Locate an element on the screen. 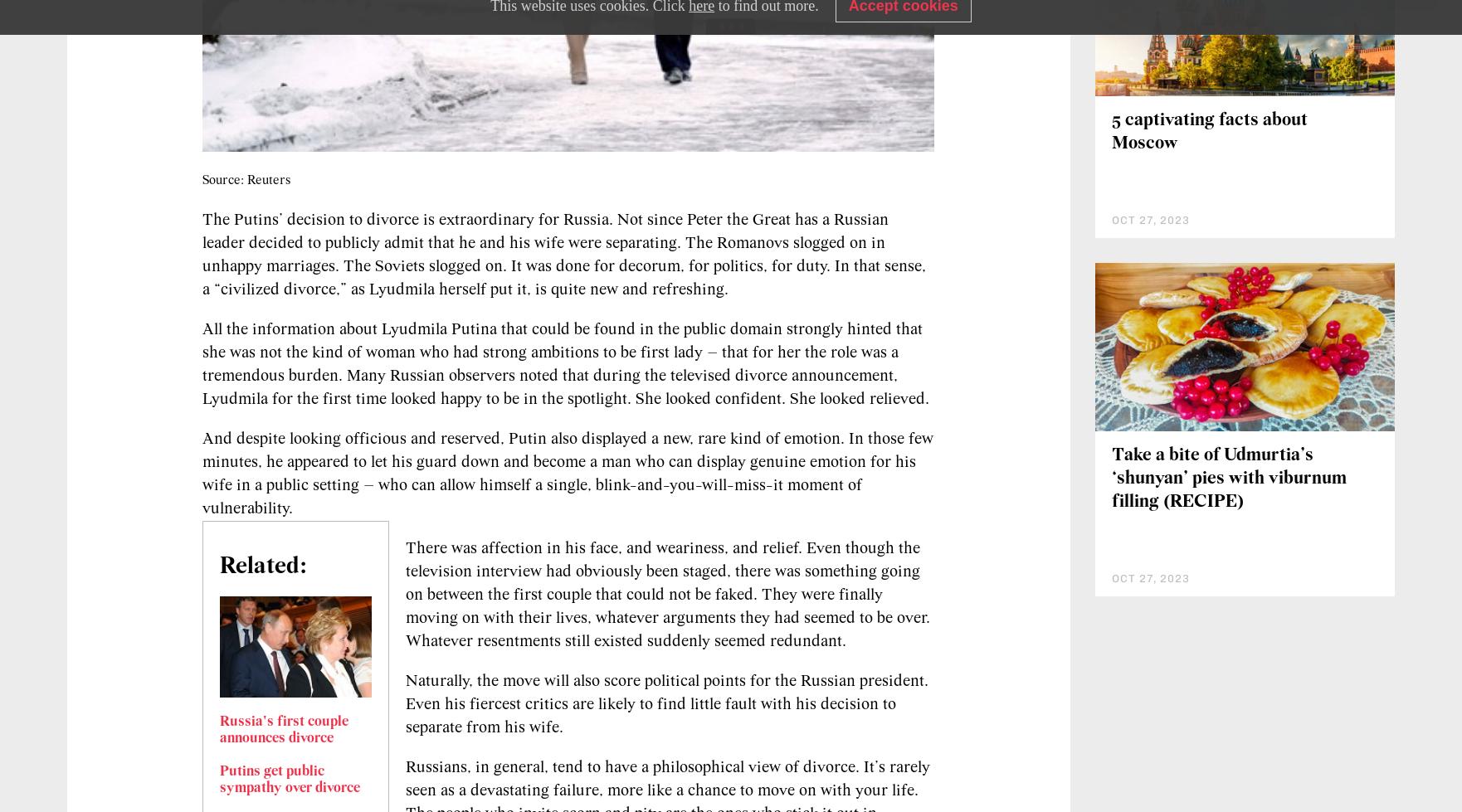 The image size is (1462, 812). 'Putins get public sympathy over divorce' is located at coordinates (220, 778).